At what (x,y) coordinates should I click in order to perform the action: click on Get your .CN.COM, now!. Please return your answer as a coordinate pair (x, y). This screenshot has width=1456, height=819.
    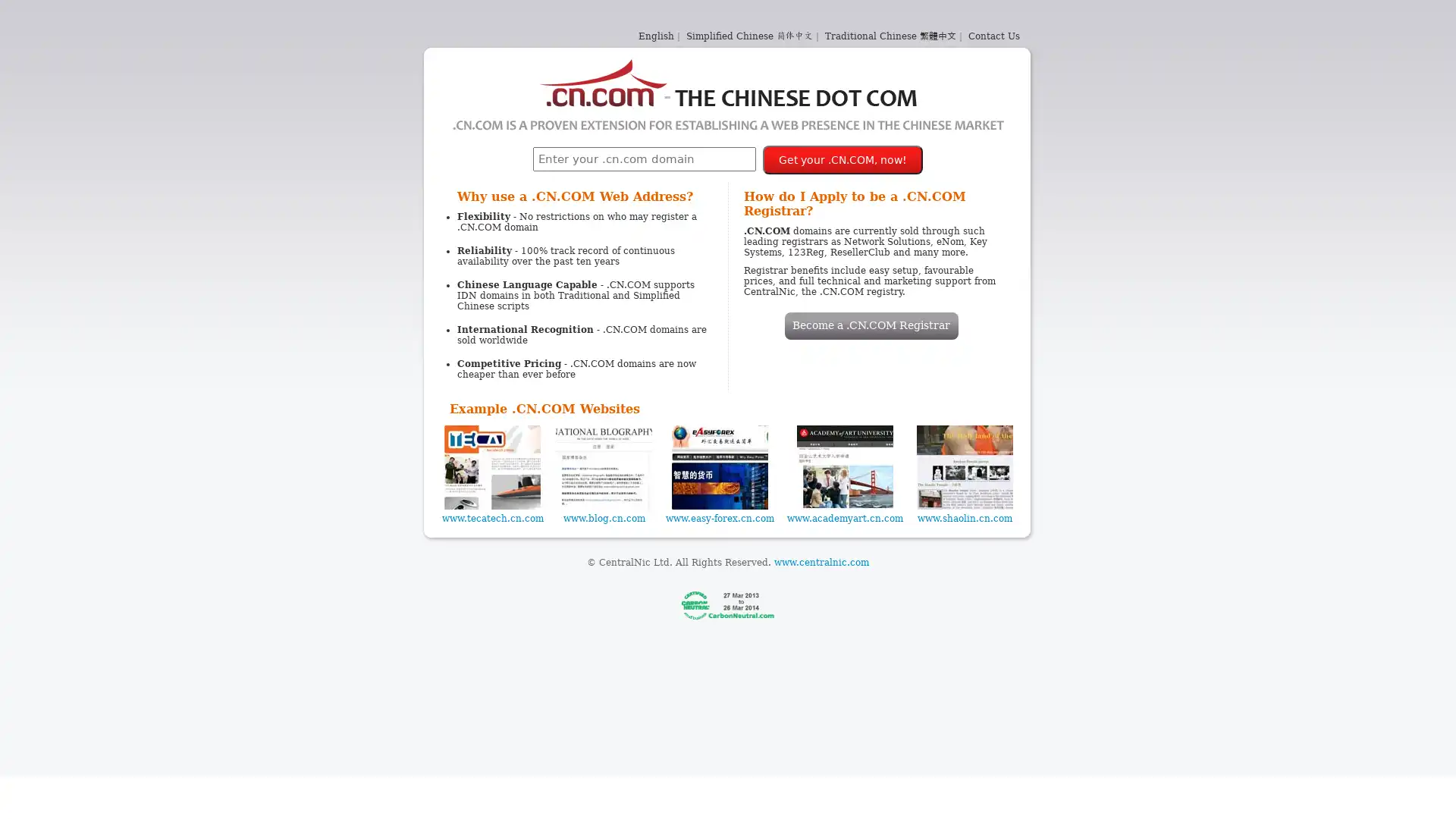
    Looking at the image, I should click on (842, 160).